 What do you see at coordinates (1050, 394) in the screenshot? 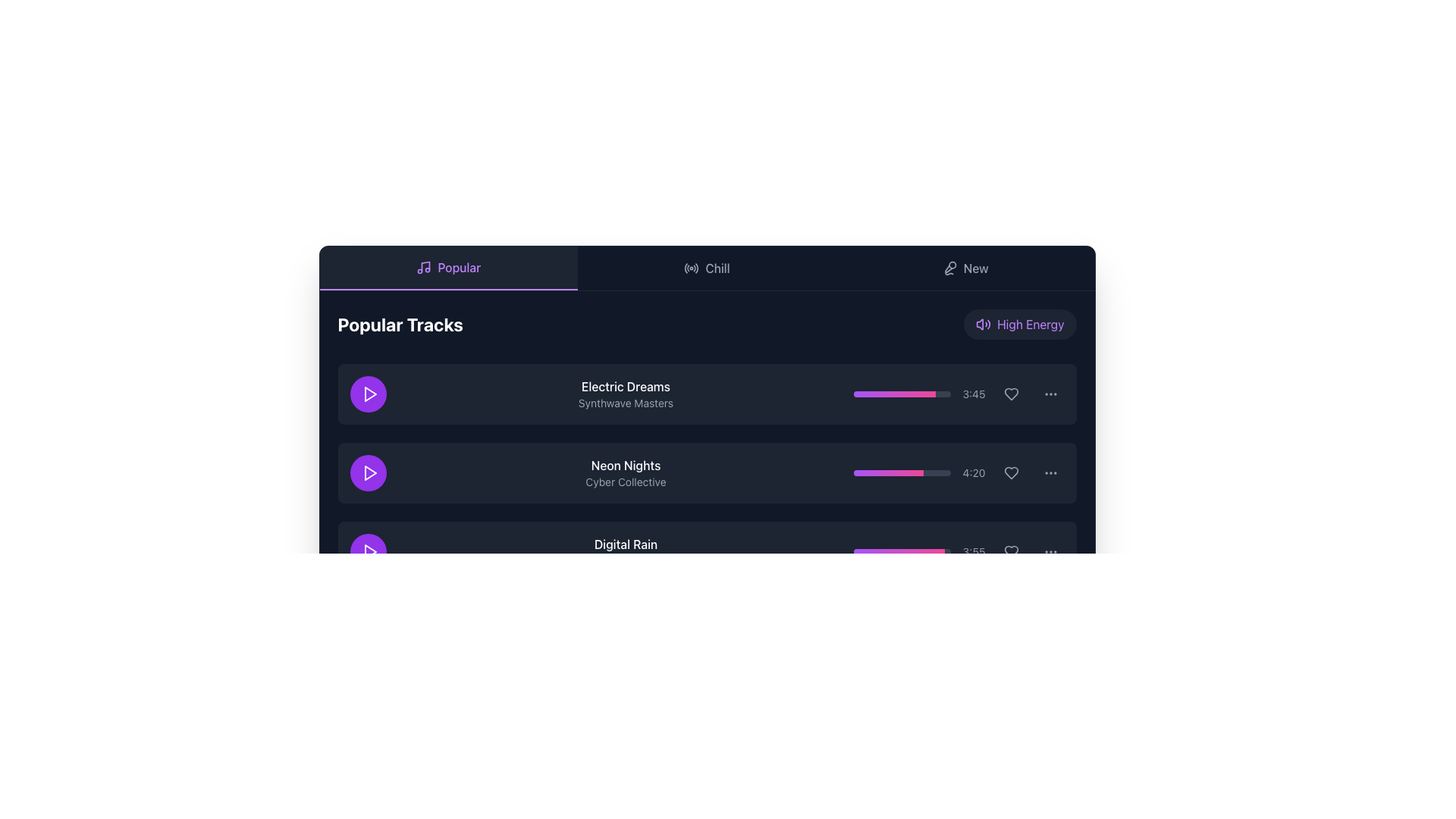
I see `the button with an ellipsis icon located on the right edge of the track information row, adjacent to the '3:45' duration text` at bounding box center [1050, 394].